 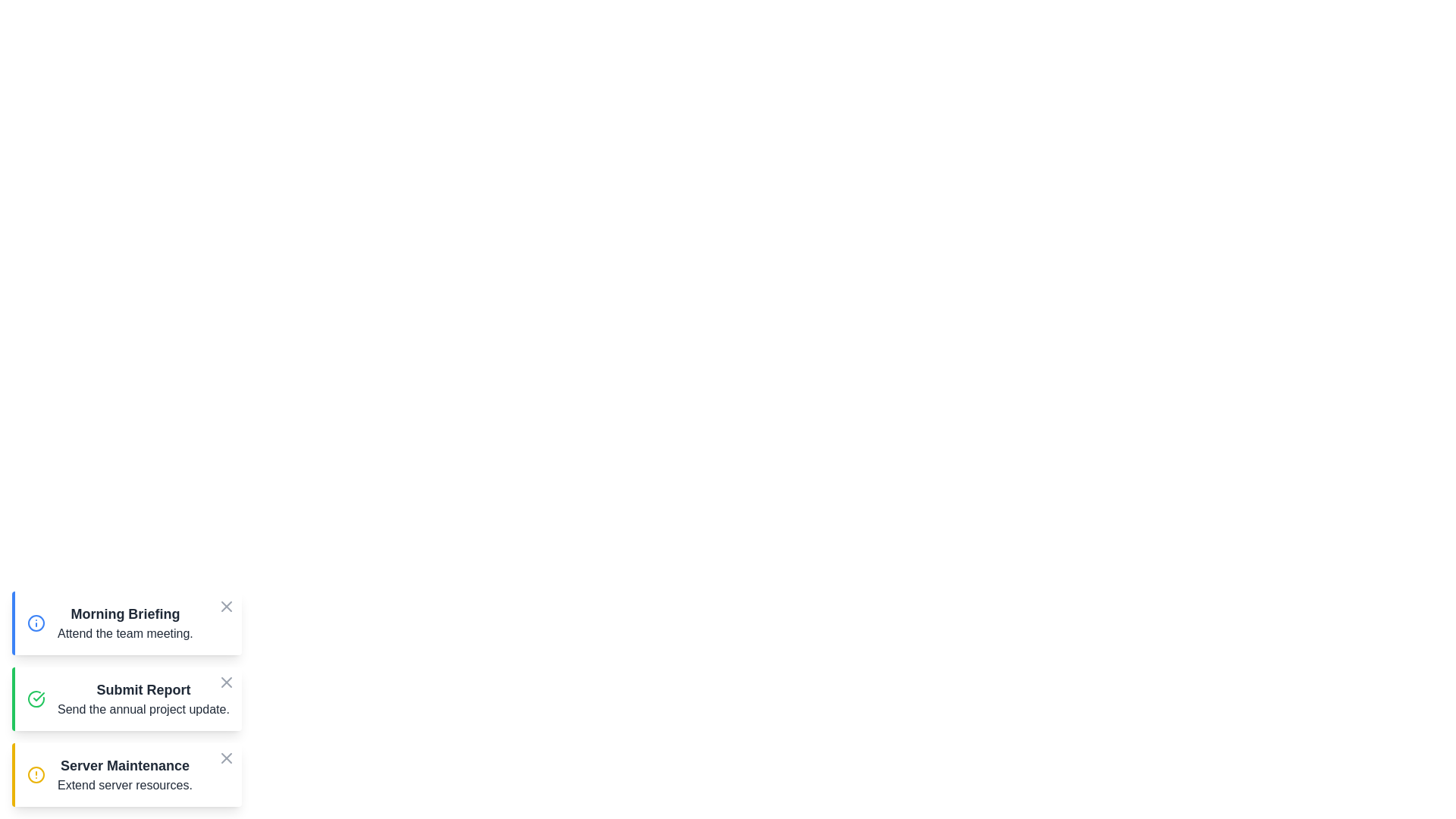 I want to click on the completion icon located in the second row next to 'Submit Report' that indicates the successful completion of a task, so click(x=39, y=696).